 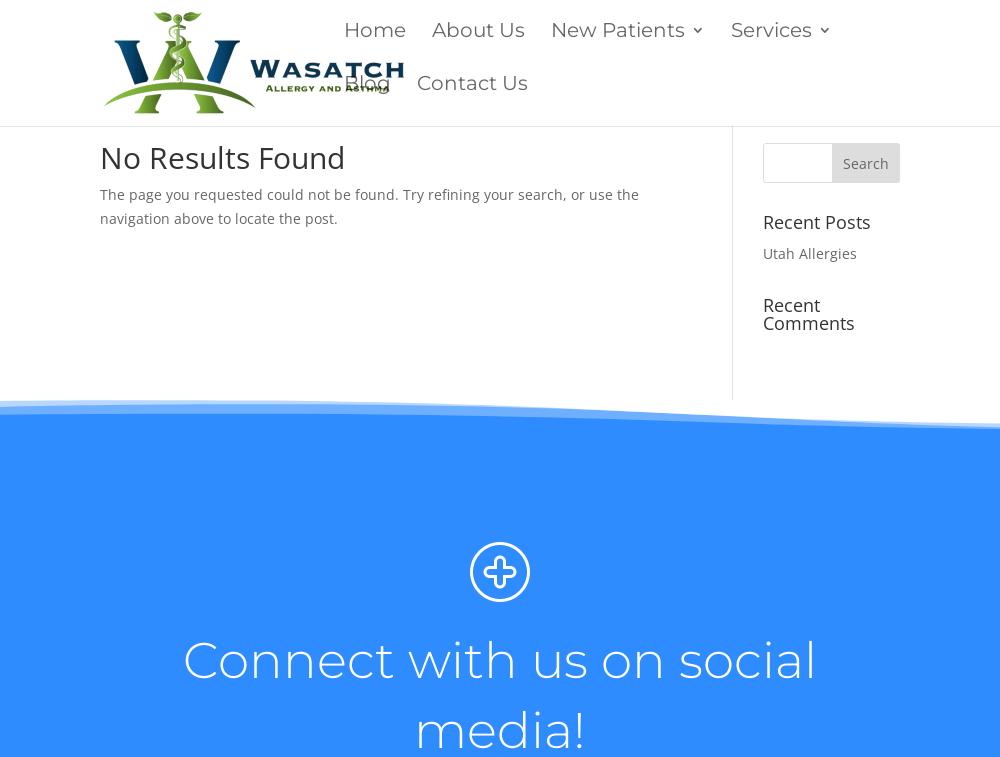 What do you see at coordinates (656, 332) in the screenshot?
I see `'What to expect on your first Visit?'` at bounding box center [656, 332].